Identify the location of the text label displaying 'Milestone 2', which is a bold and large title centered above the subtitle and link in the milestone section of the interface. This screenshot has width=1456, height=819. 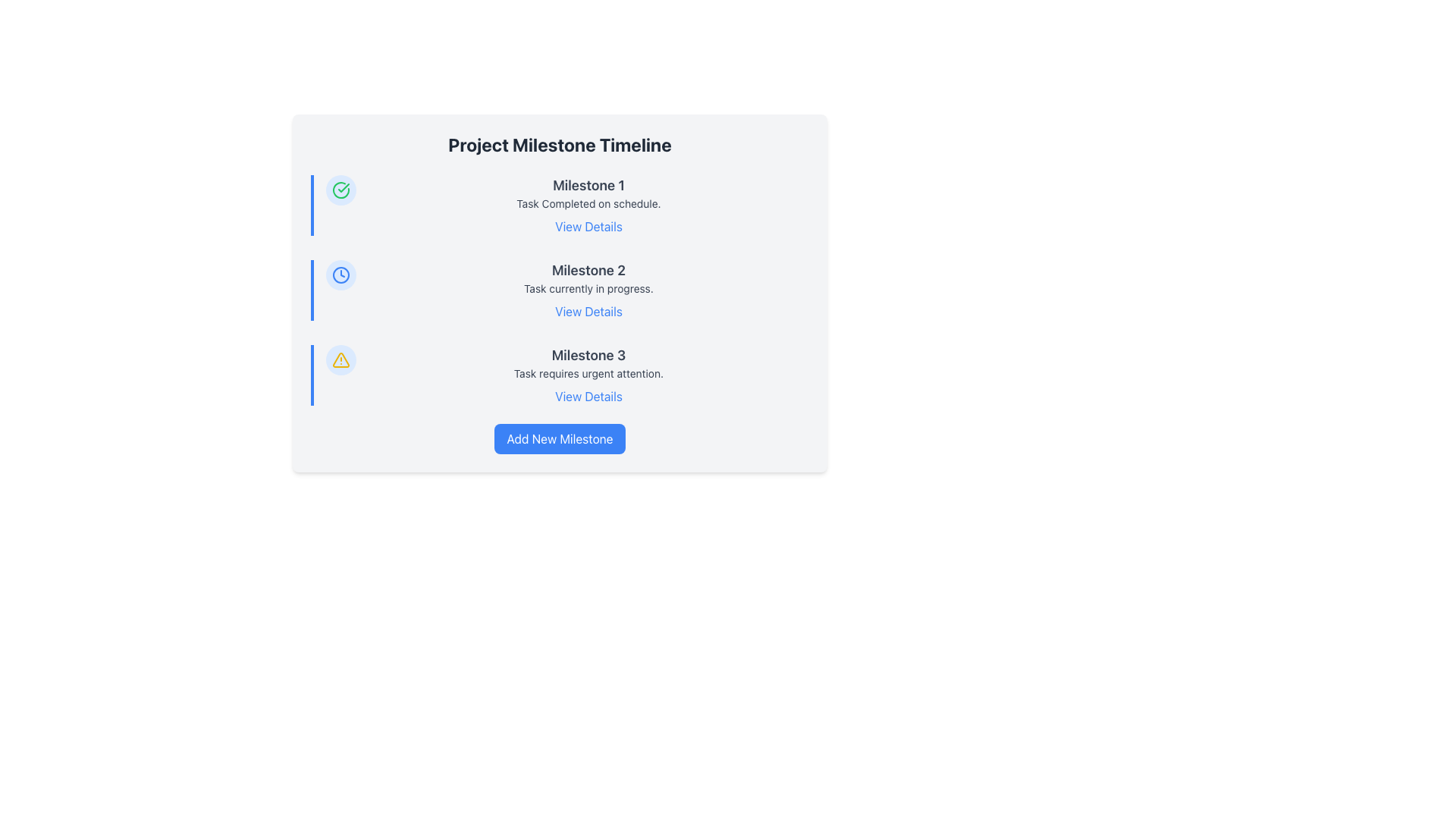
(588, 270).